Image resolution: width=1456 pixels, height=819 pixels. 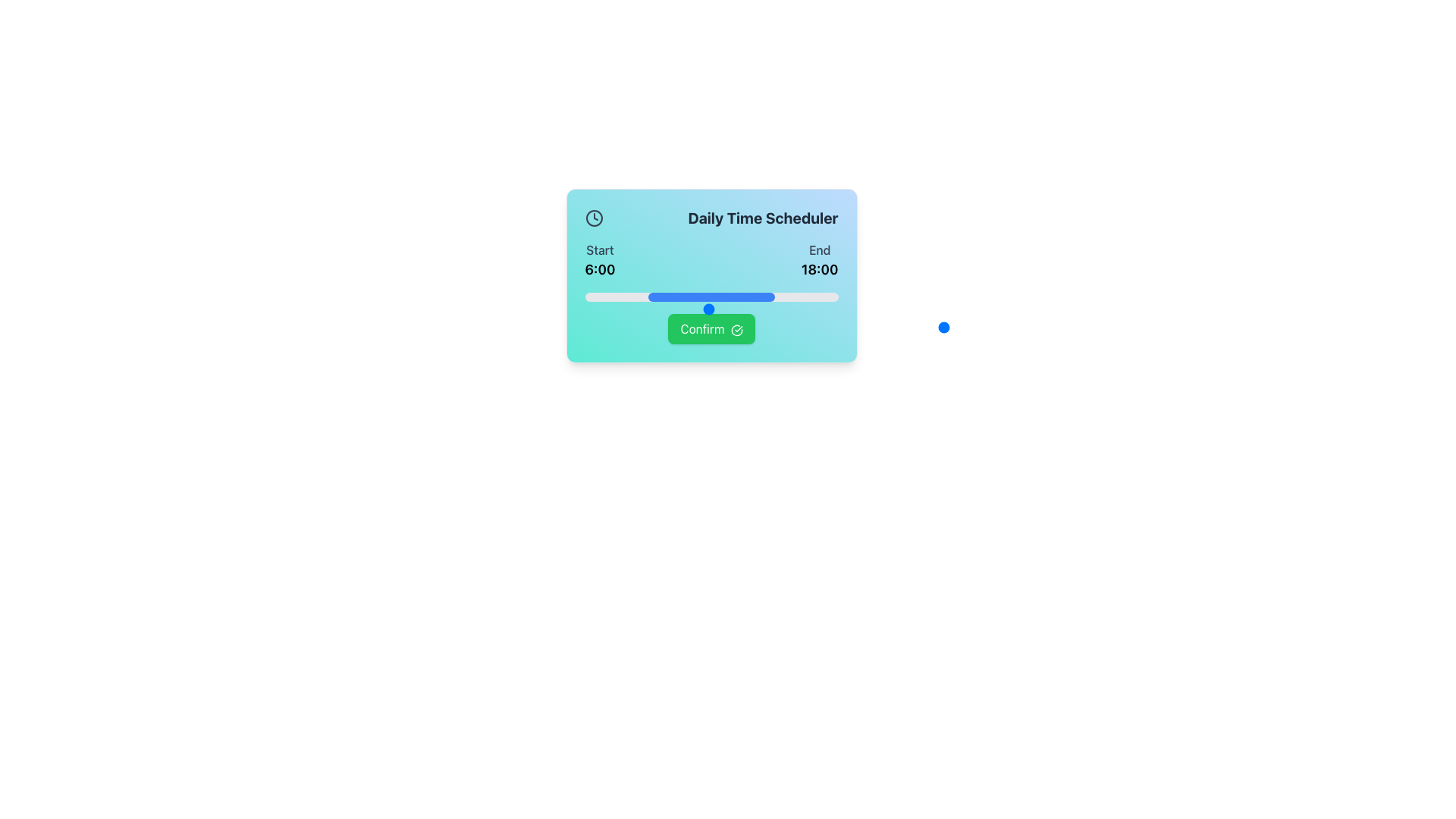 I want to click on time, so click(x=645, y=327).